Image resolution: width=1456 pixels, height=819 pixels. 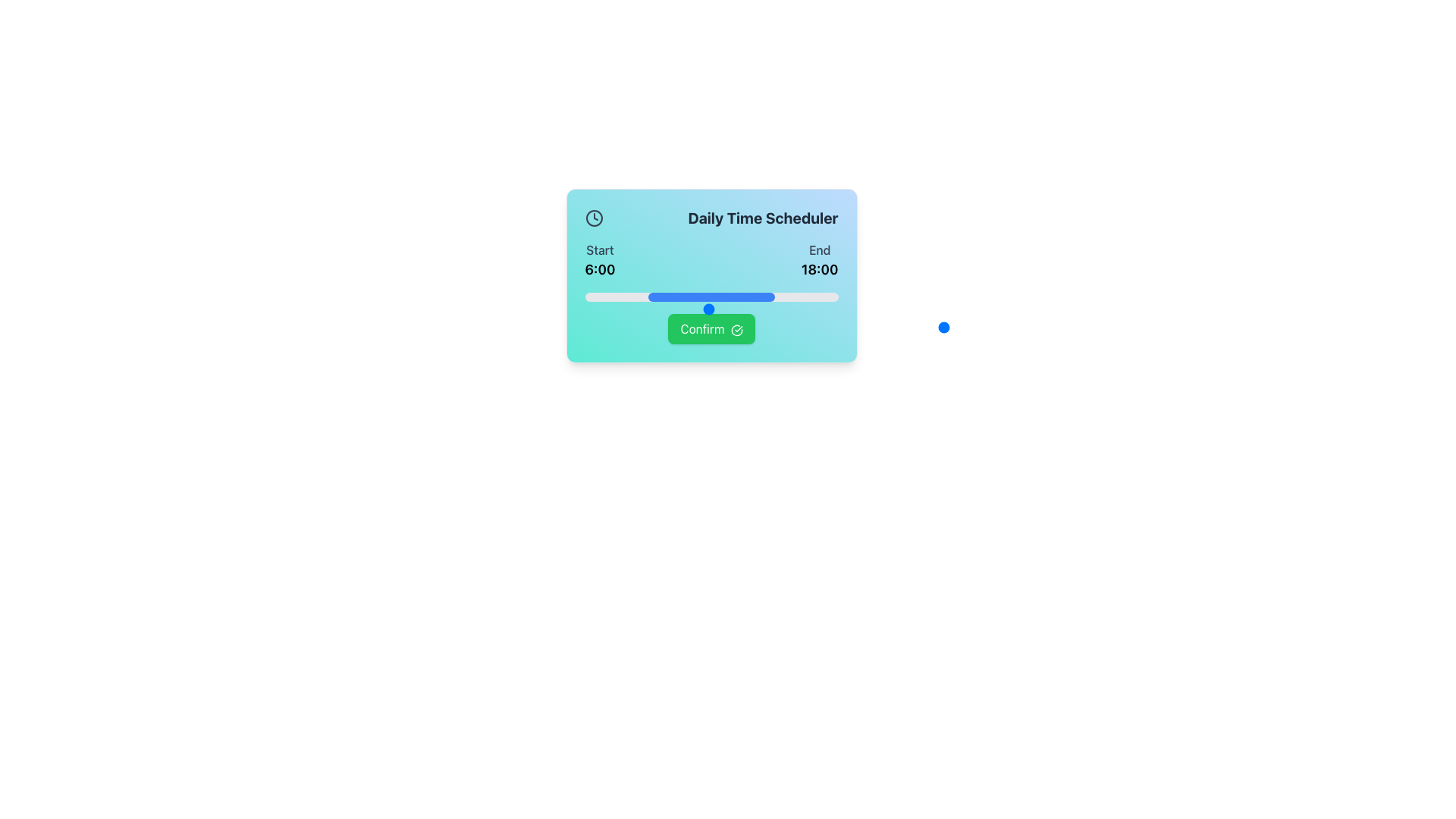 I want to click on time, so click(x=645, y=327).